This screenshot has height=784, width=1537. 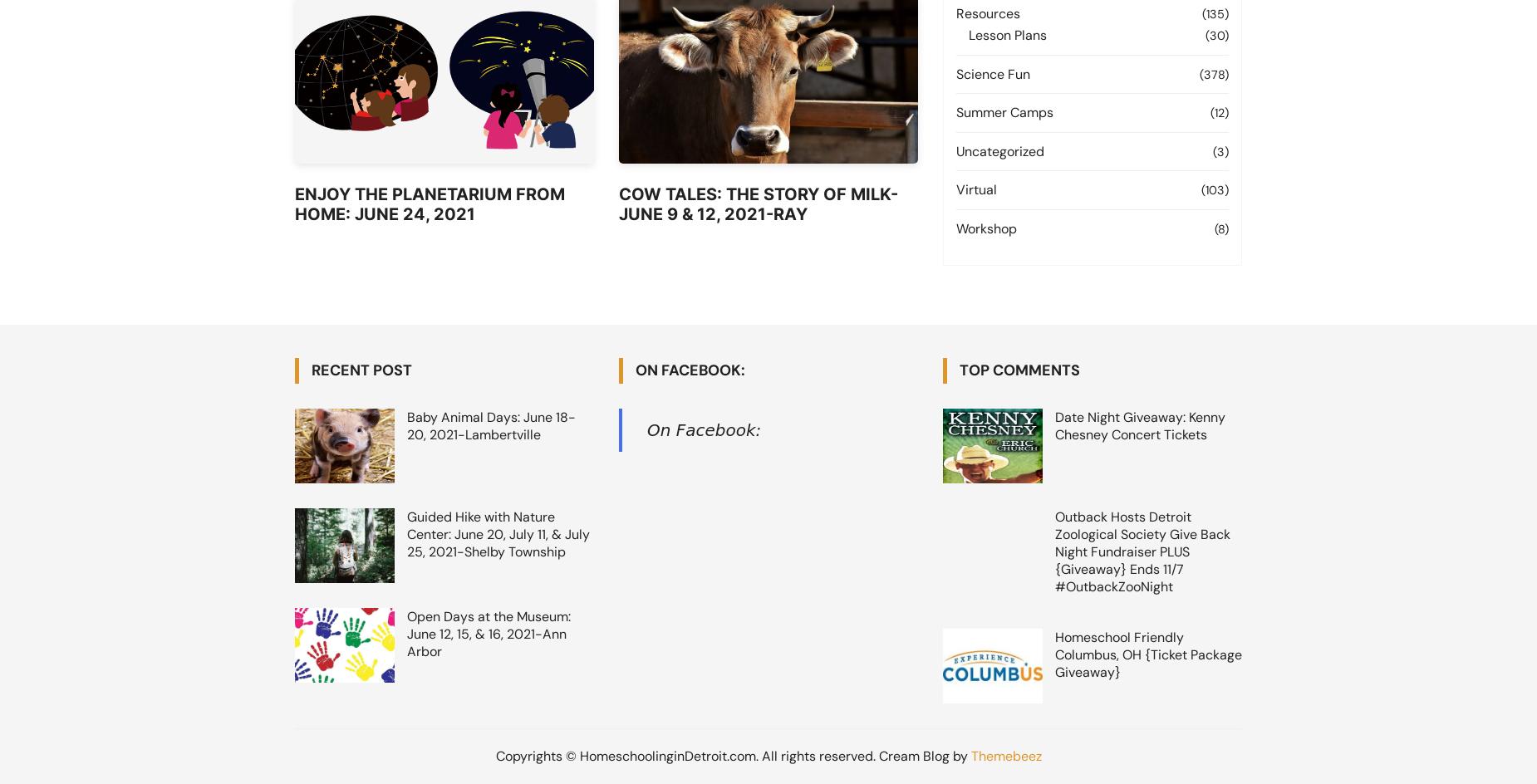 What do you see at coordinates (975, 189) in the screenshot?
I see `'Virtual'` at bounding box center [975, 189].